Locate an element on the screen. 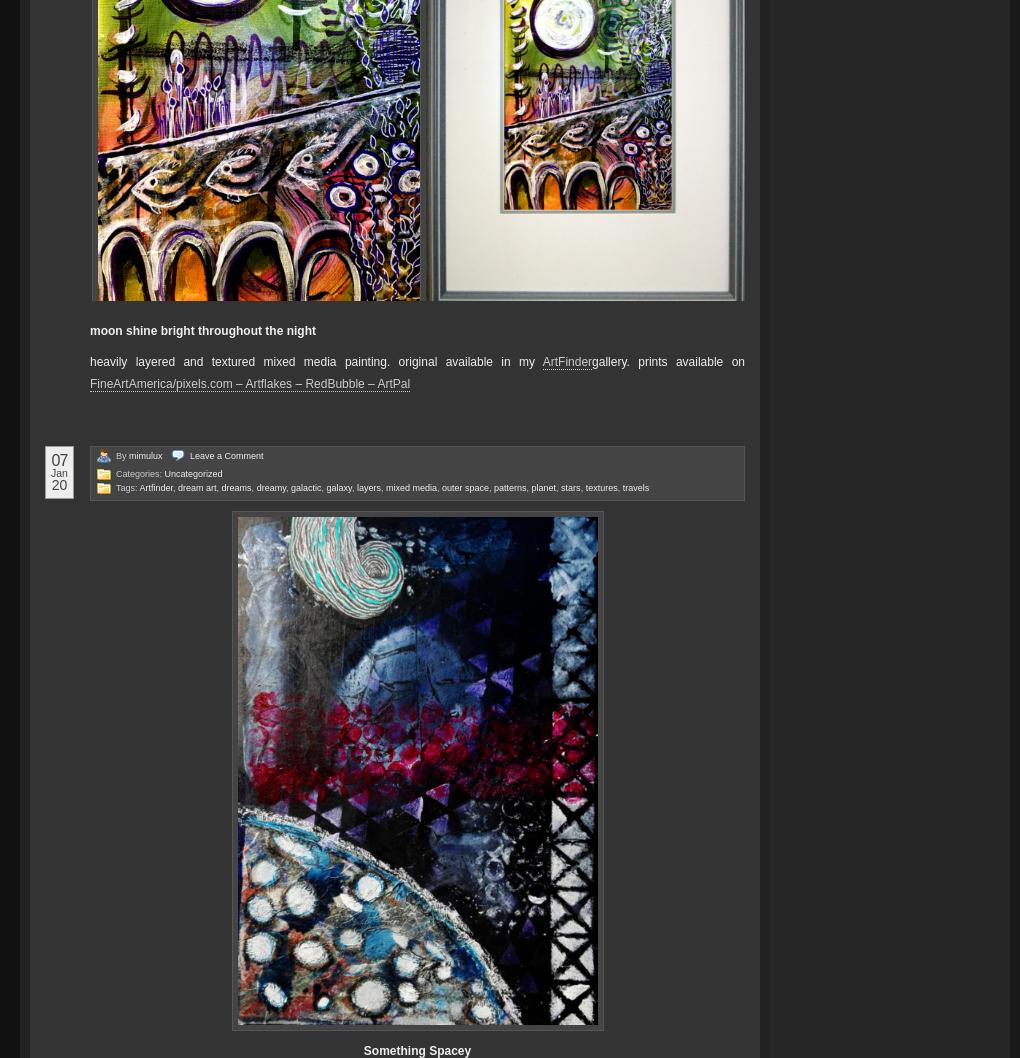  'patterns' is located at coordinates (510, 485).